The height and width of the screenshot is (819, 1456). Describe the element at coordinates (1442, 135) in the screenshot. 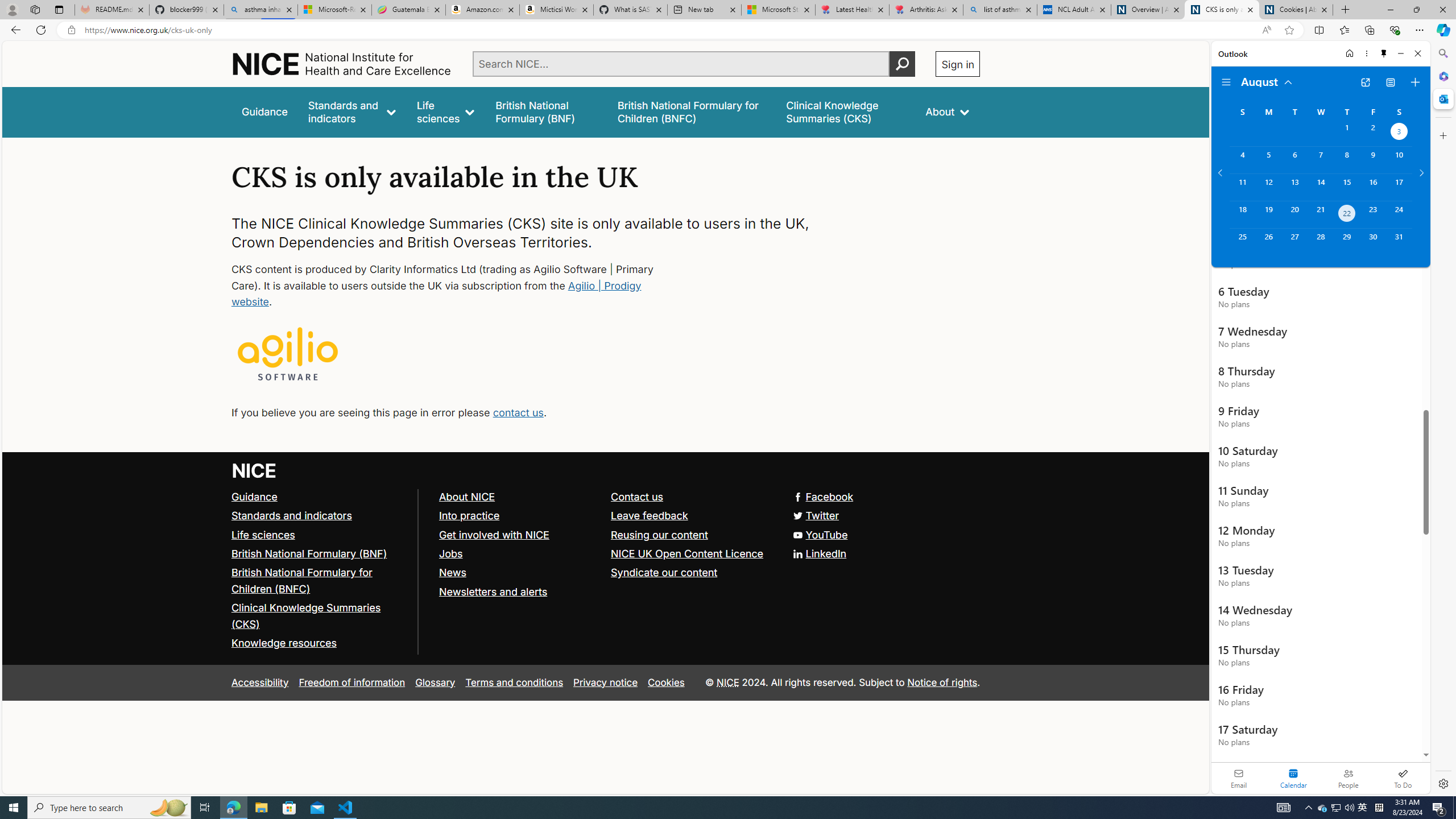

I see `'Close Customize pane'` at that location.